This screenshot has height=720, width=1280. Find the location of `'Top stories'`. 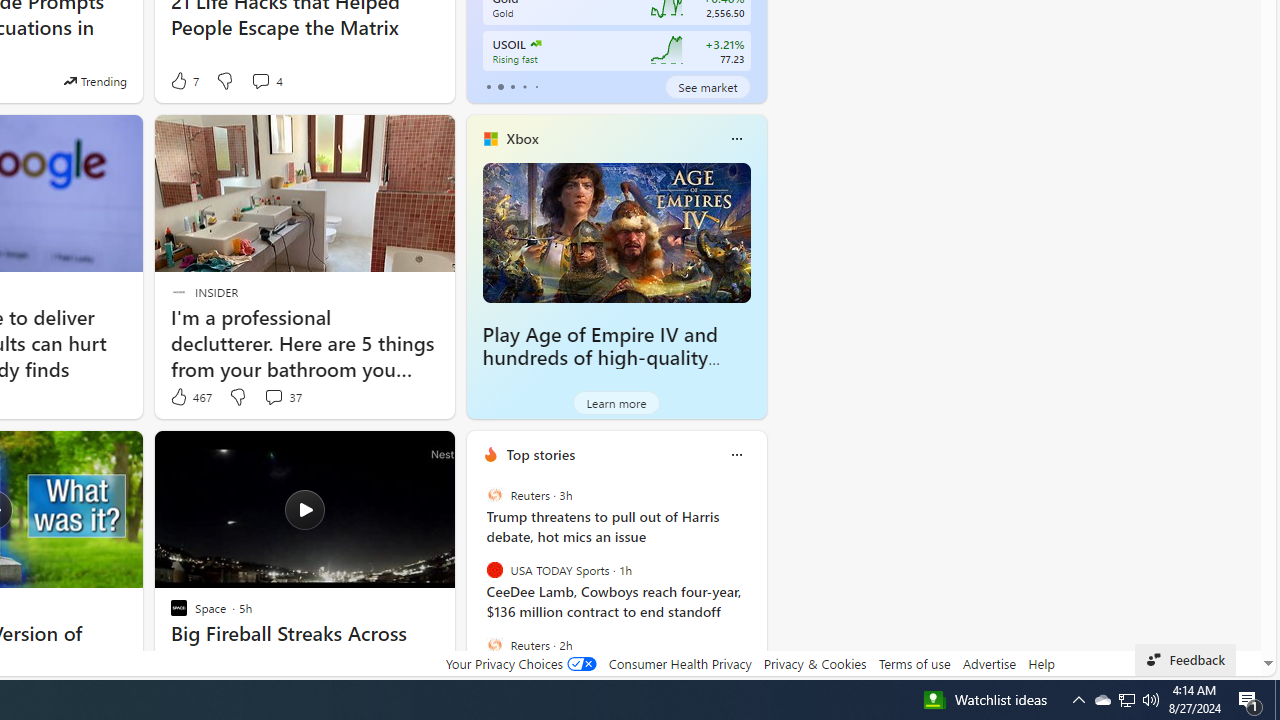

'Top stories' is located at coordinates (540, 454).